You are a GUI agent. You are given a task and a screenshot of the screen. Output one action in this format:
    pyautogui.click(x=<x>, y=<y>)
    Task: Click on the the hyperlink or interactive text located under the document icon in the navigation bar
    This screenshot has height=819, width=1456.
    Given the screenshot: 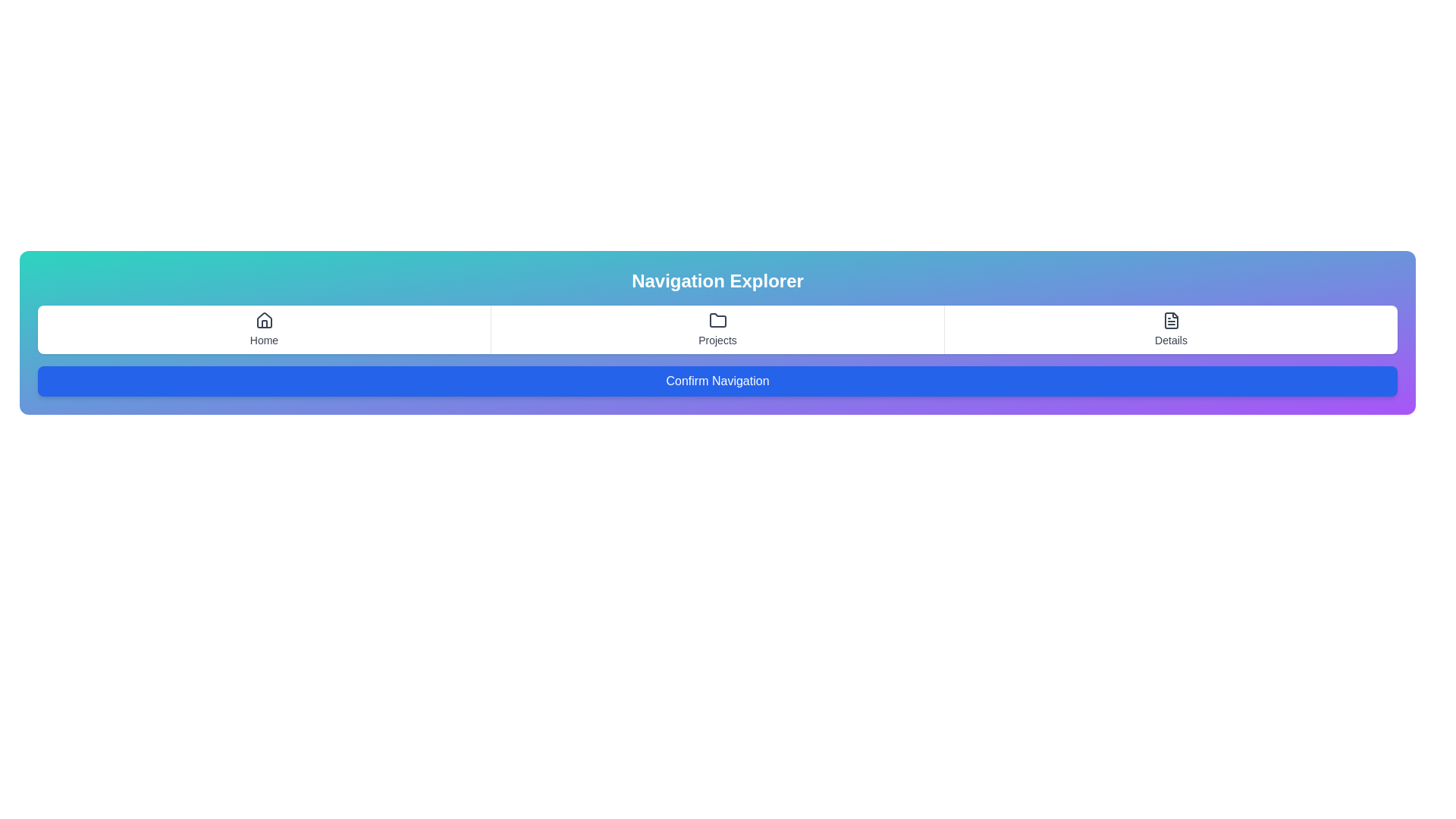 What is the action you would take?
    pyautogui.click(x=1170, y=339)
    